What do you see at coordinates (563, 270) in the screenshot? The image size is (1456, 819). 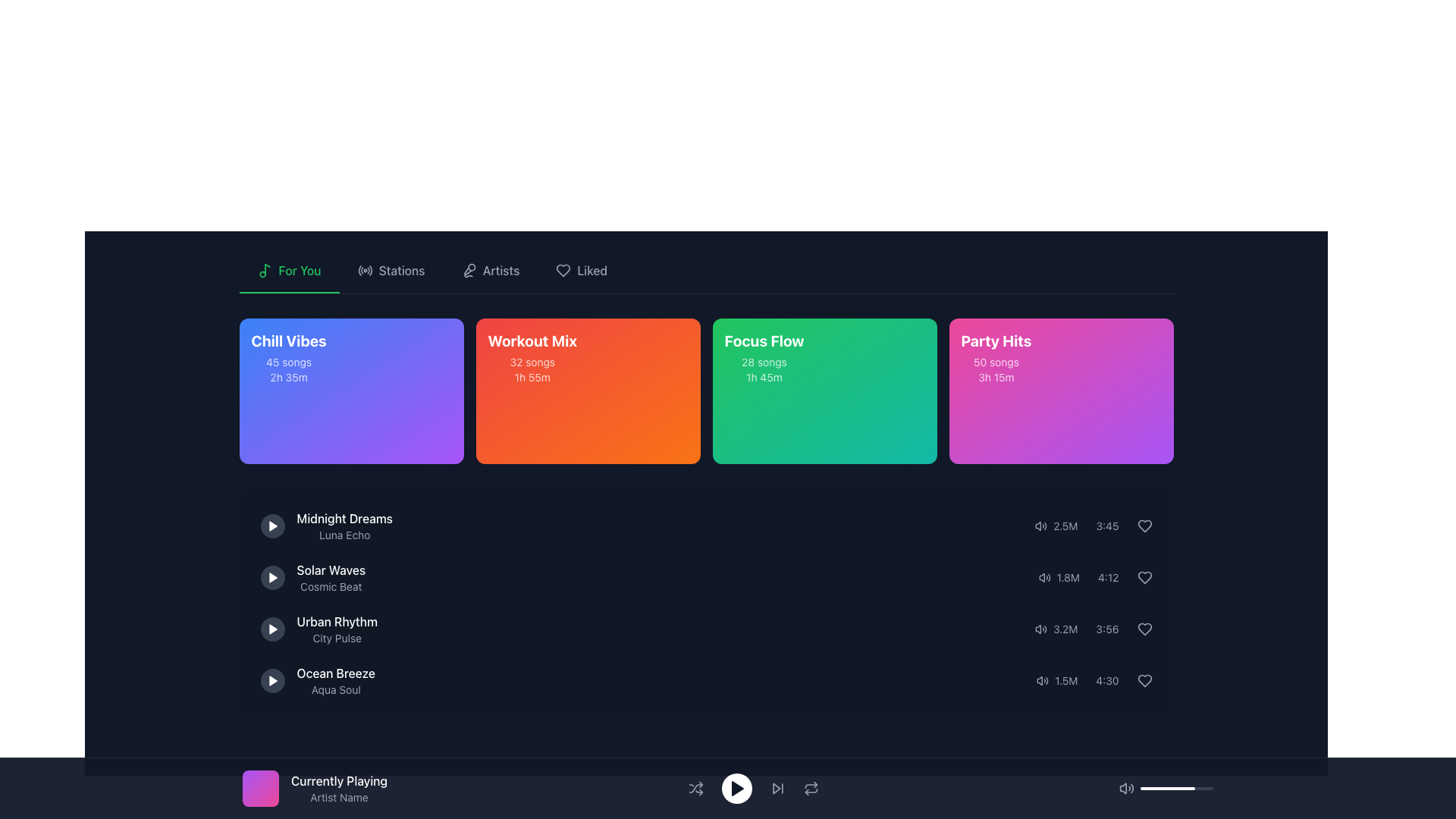 I see `the SVG Icon located under the 'Liked' tab` at bounding box center [563, 270].